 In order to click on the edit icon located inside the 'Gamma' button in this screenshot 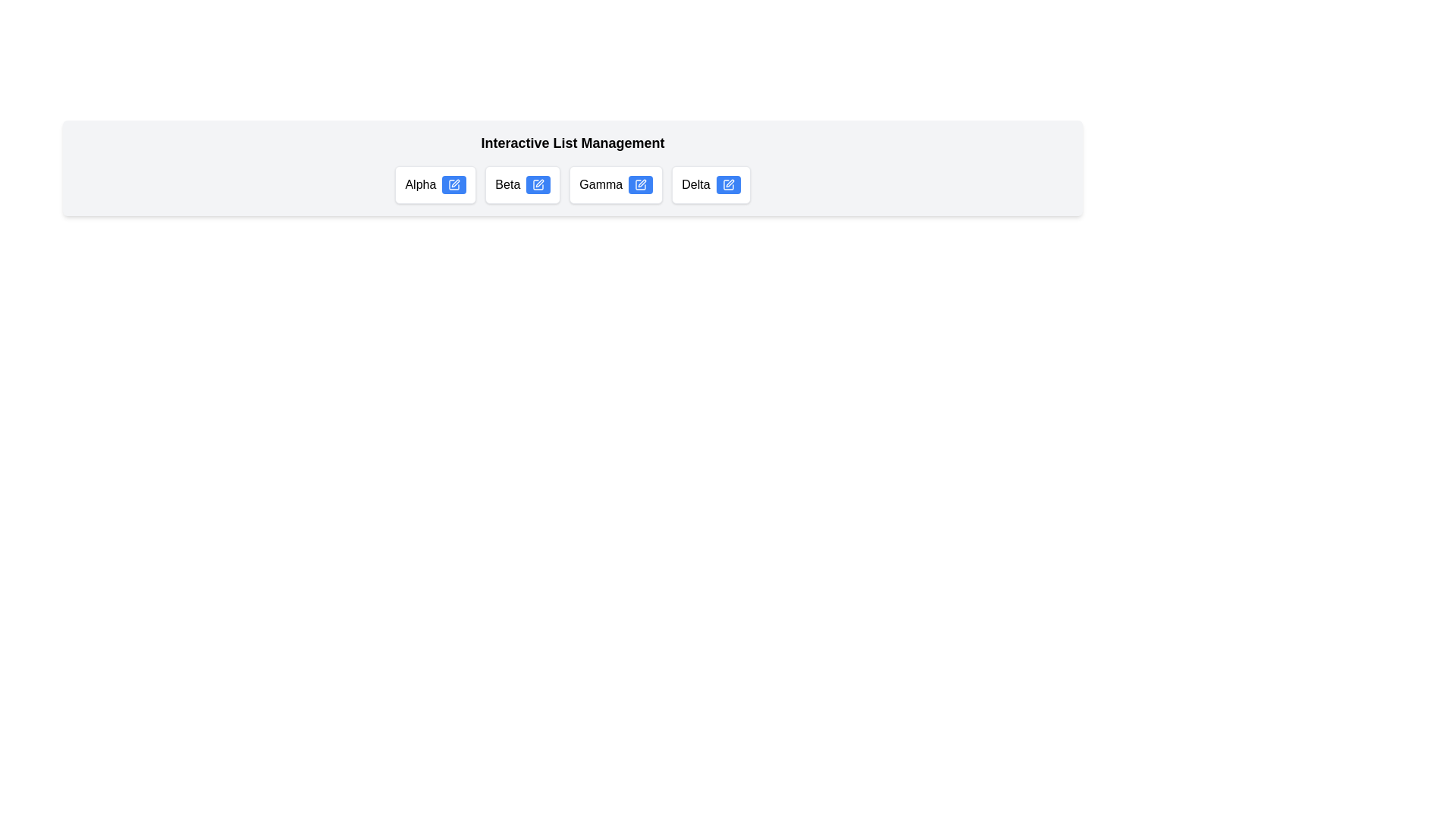, I will do `click(642, 183)`.